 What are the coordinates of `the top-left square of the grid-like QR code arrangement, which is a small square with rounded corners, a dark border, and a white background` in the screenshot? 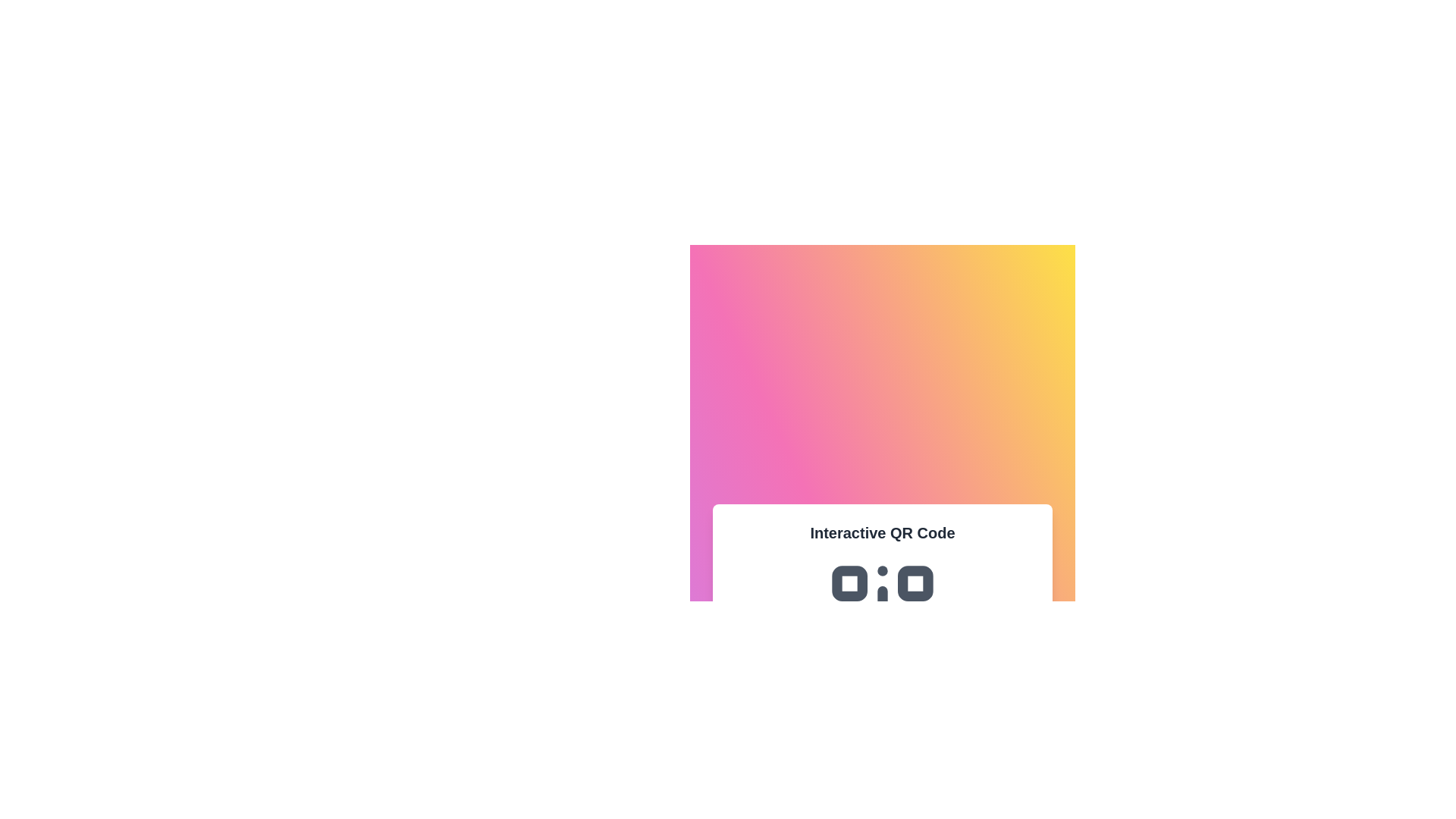 It's located at (849, 582).